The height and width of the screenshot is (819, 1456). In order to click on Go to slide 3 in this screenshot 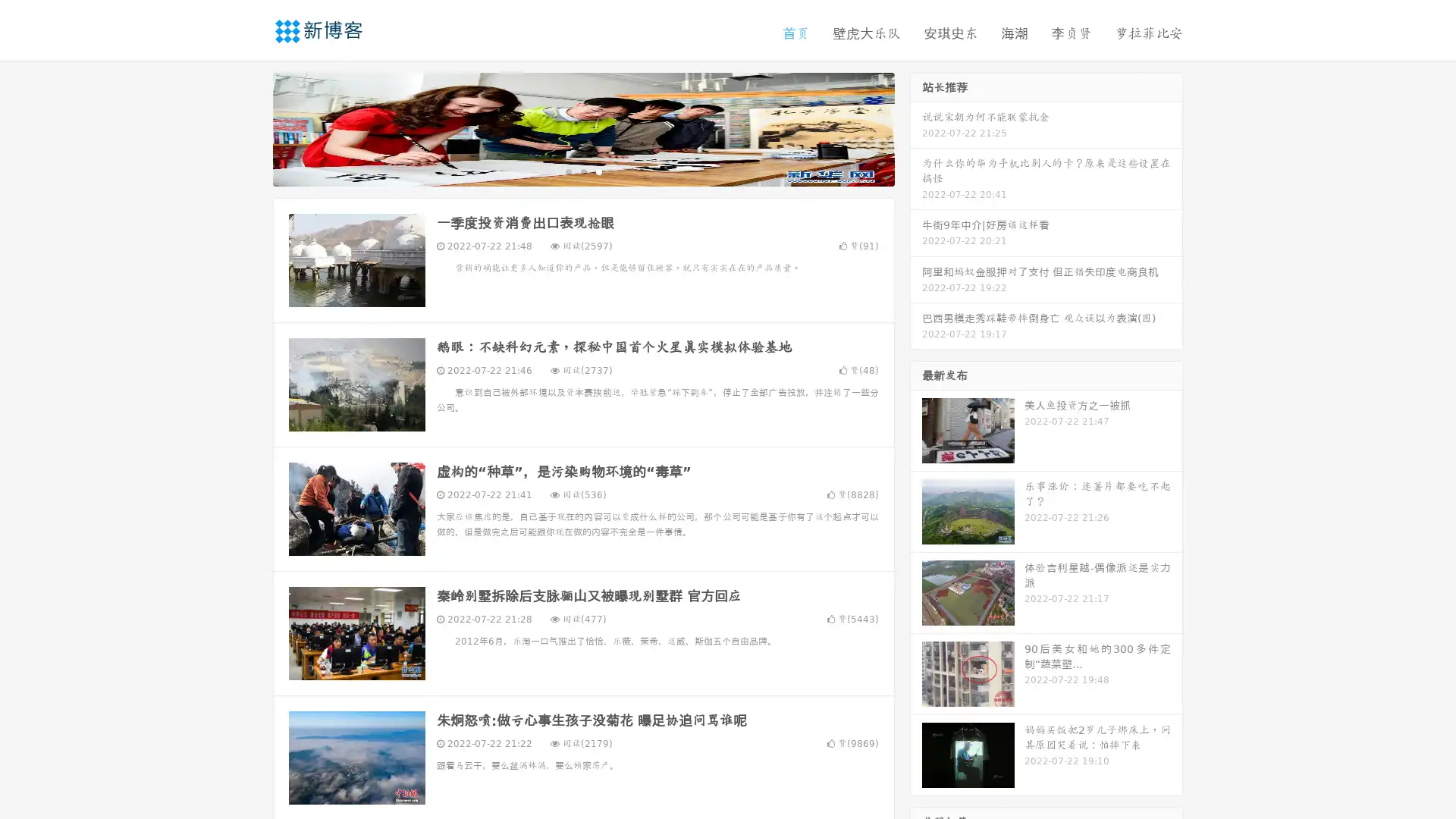, I will do `click(598, 171)`.